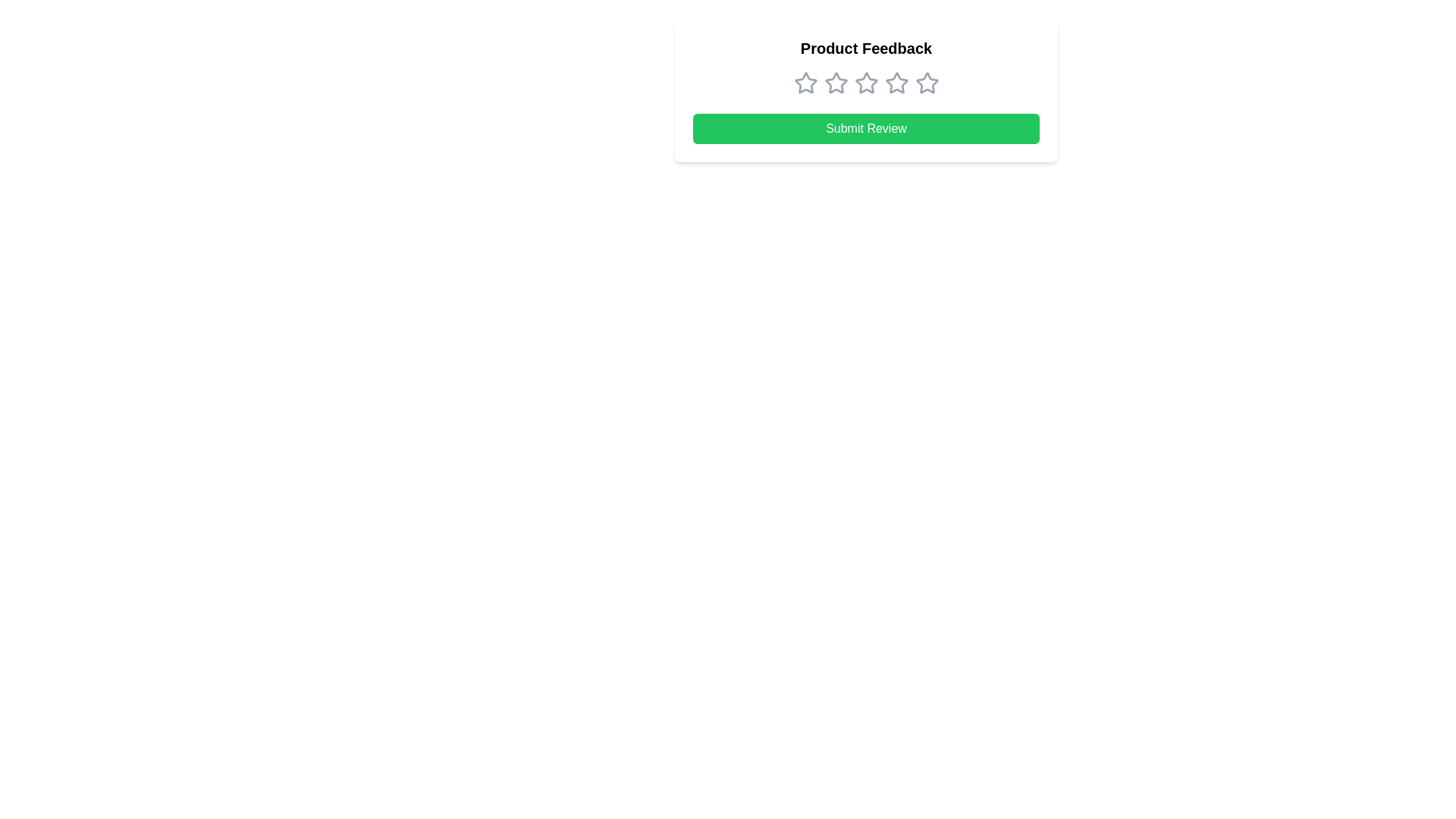 Image resolution: width=1456 pixels, height=819 pixels. I want to click on the fifth star icon under the 'Product Feedback' title, so click(926, 83).